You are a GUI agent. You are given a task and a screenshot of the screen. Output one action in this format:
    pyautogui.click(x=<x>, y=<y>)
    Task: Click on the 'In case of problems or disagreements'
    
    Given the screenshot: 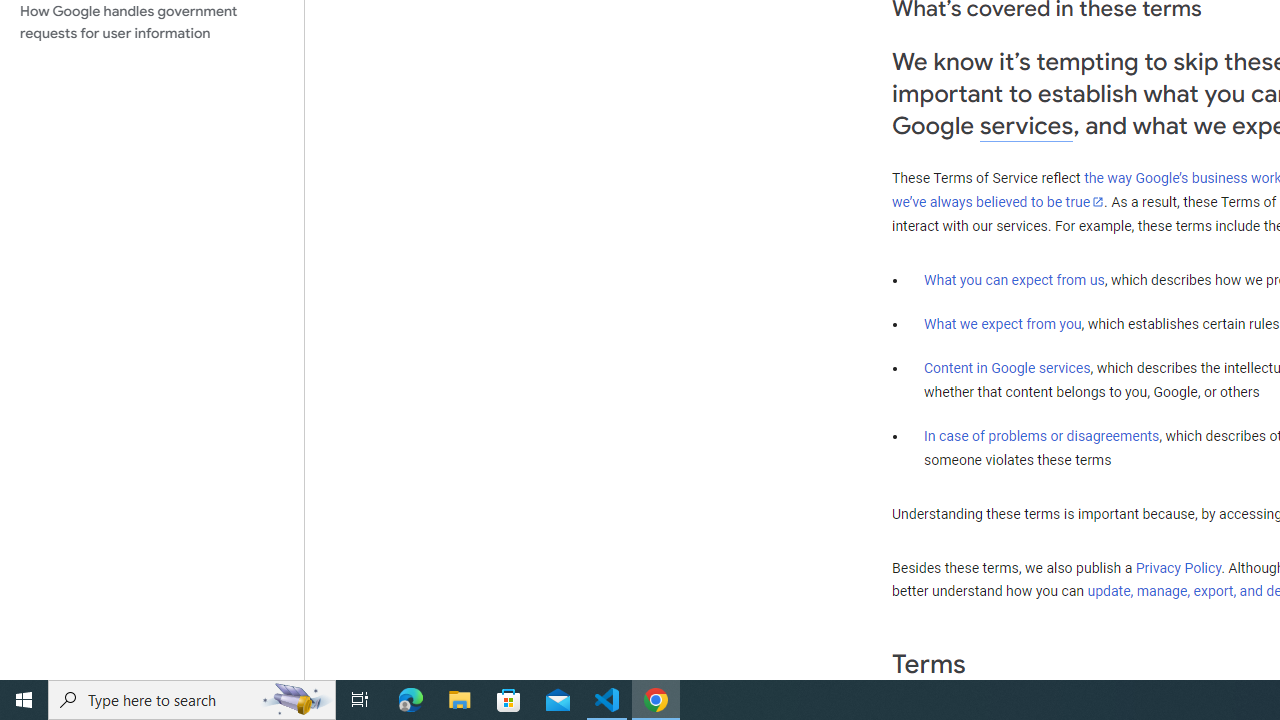 What is the action you would take?
    pyautogui.click(x=1040, y=434)
    